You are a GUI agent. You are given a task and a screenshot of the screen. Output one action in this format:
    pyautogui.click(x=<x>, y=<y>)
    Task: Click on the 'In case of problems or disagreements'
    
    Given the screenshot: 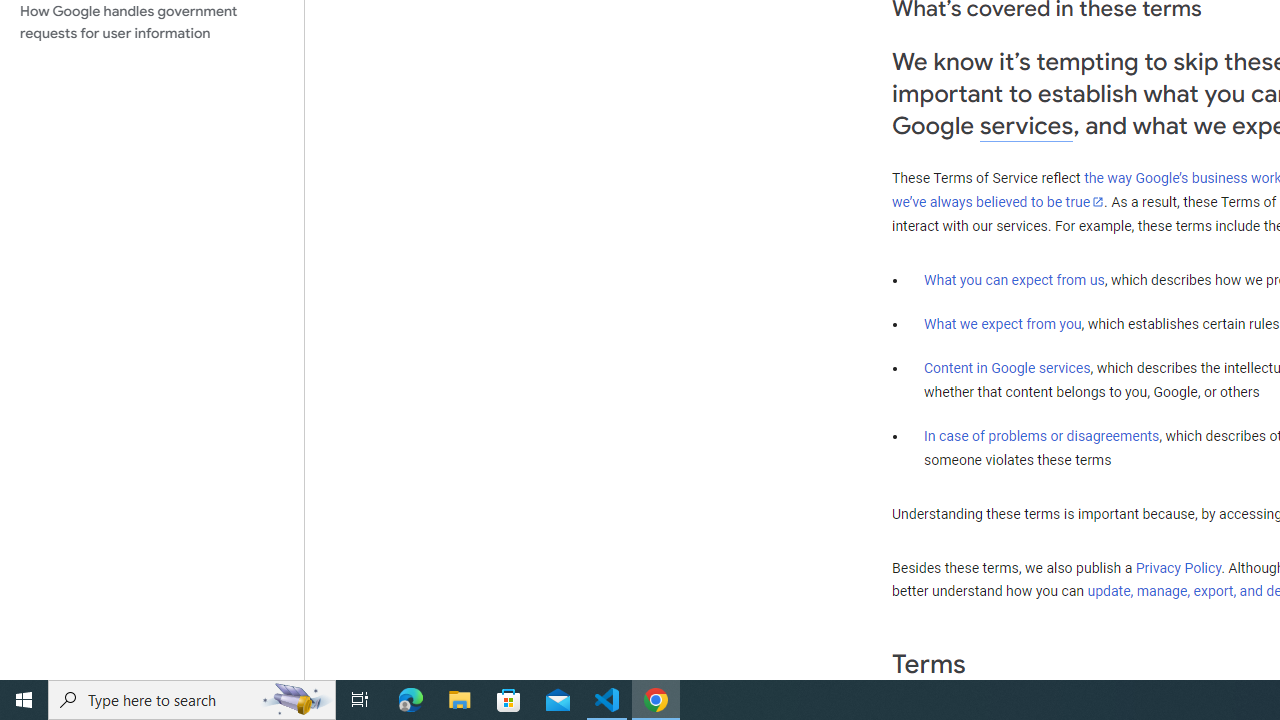 What is the action you would take?
    pyautogui.click(x=1040, y=434)
    